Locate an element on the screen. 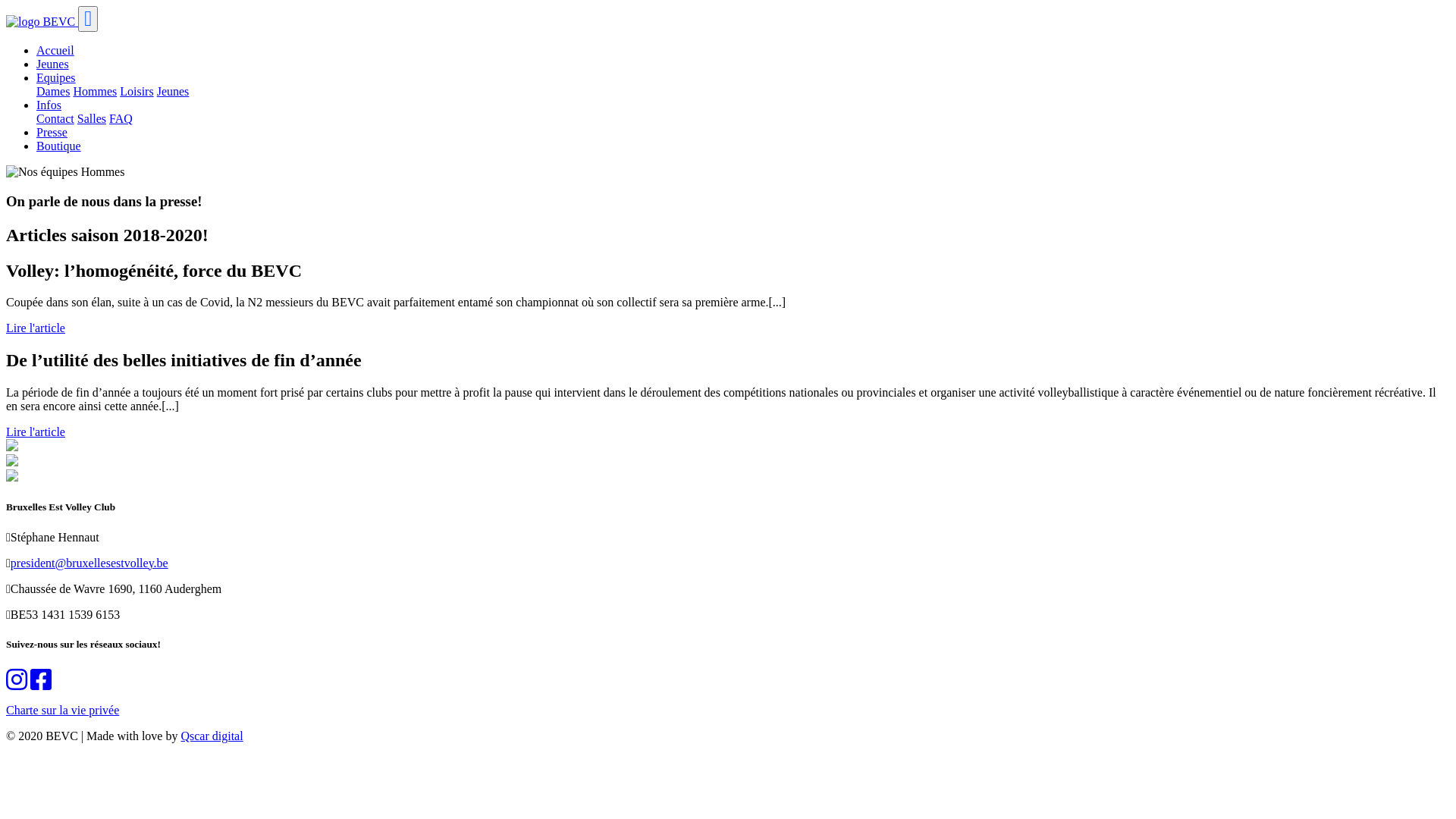 Image resolution: width=1456 pixels, height=819 pixels. 'FAQ' is located at coordinates (120, 118).